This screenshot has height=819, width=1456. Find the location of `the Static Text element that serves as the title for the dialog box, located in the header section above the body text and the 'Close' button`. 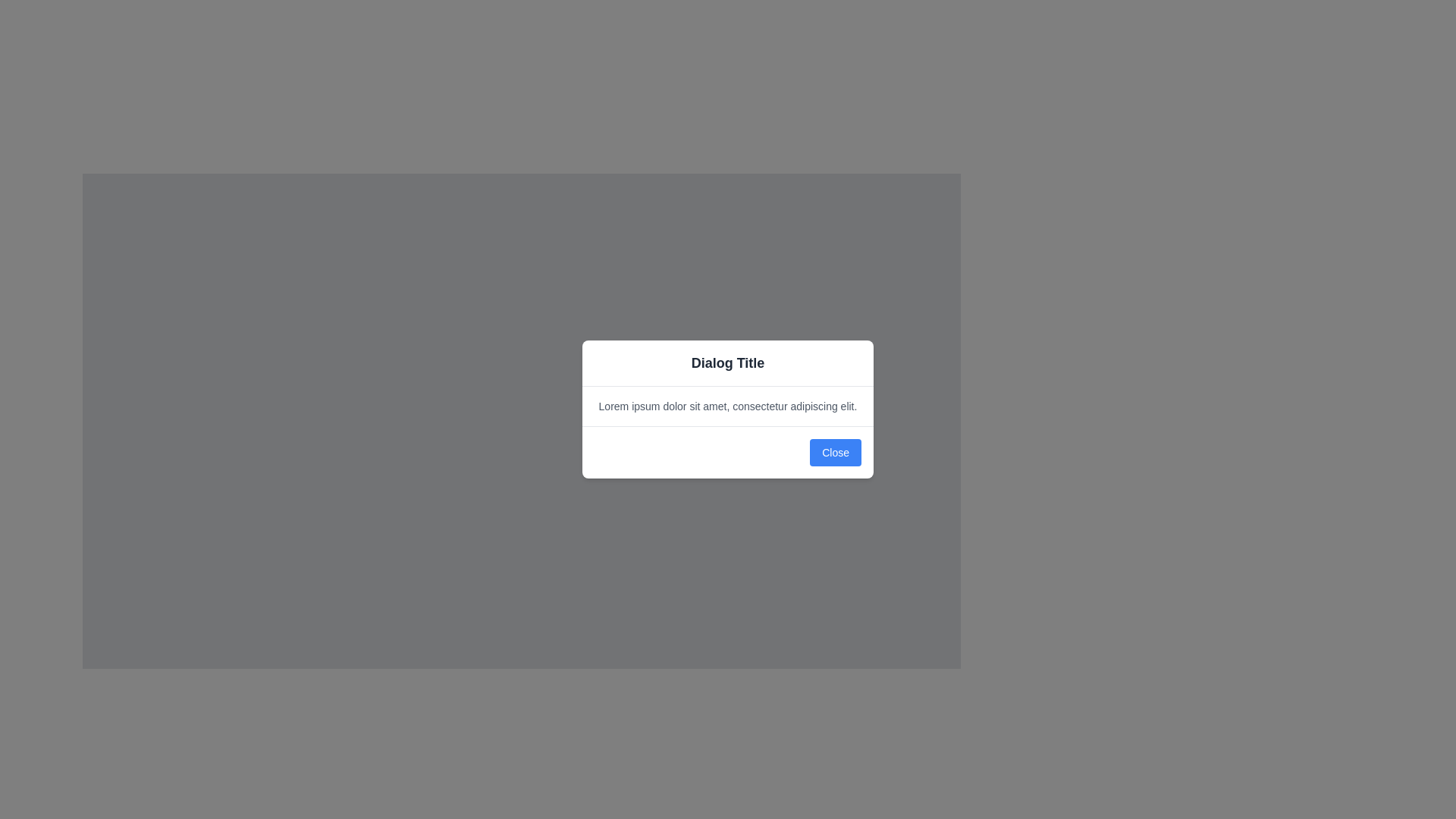

the Static Text element that serves as the title for the dialog box, located in the header section above the body text and the 'Close' button is located at coordinates (728, 362).